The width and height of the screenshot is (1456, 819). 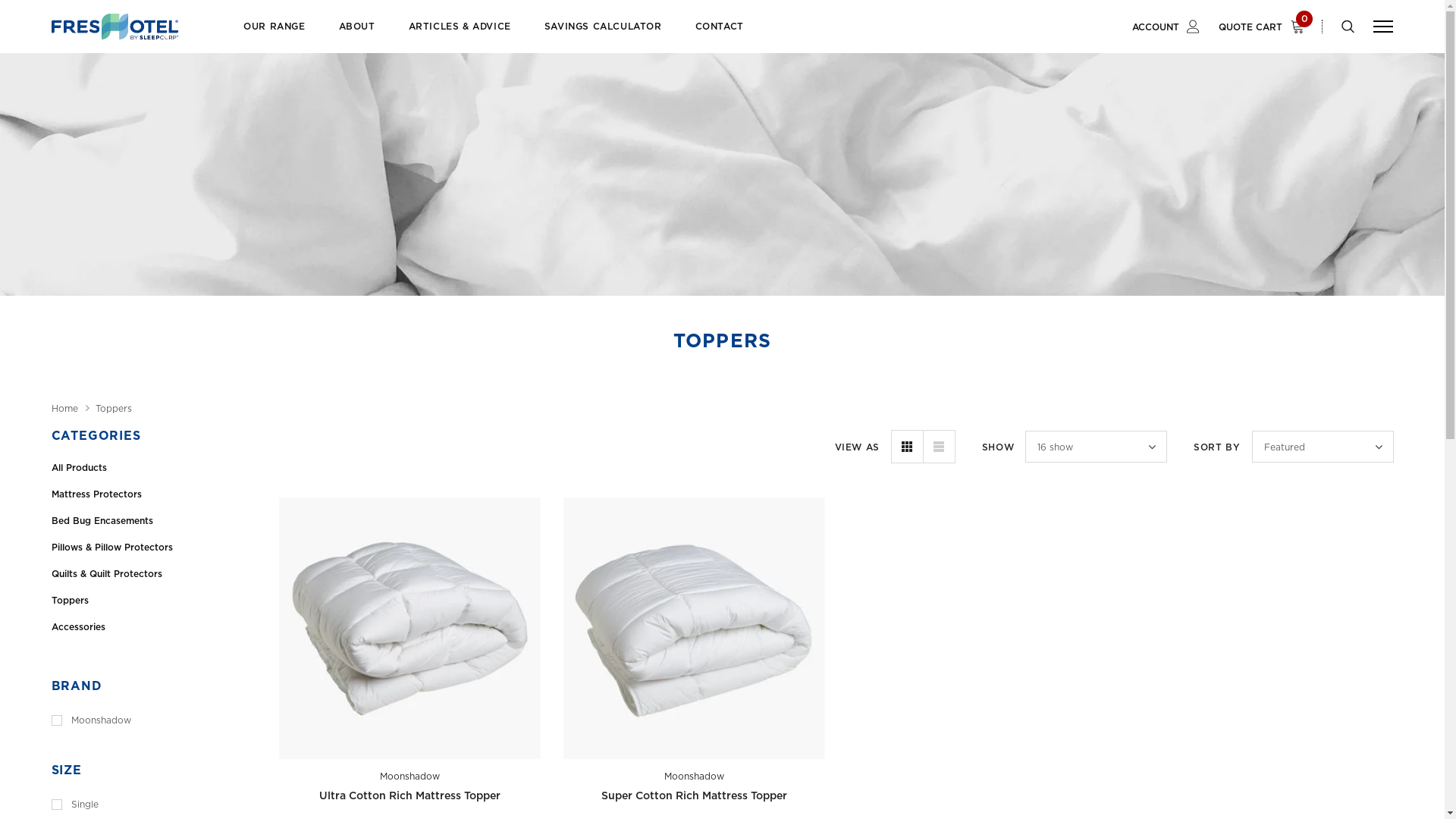 What do you see at coordinates (602, 34) in the screenshot?
I see `'SAVINGS CALCULATOR'` at bounding box center [602, 34].